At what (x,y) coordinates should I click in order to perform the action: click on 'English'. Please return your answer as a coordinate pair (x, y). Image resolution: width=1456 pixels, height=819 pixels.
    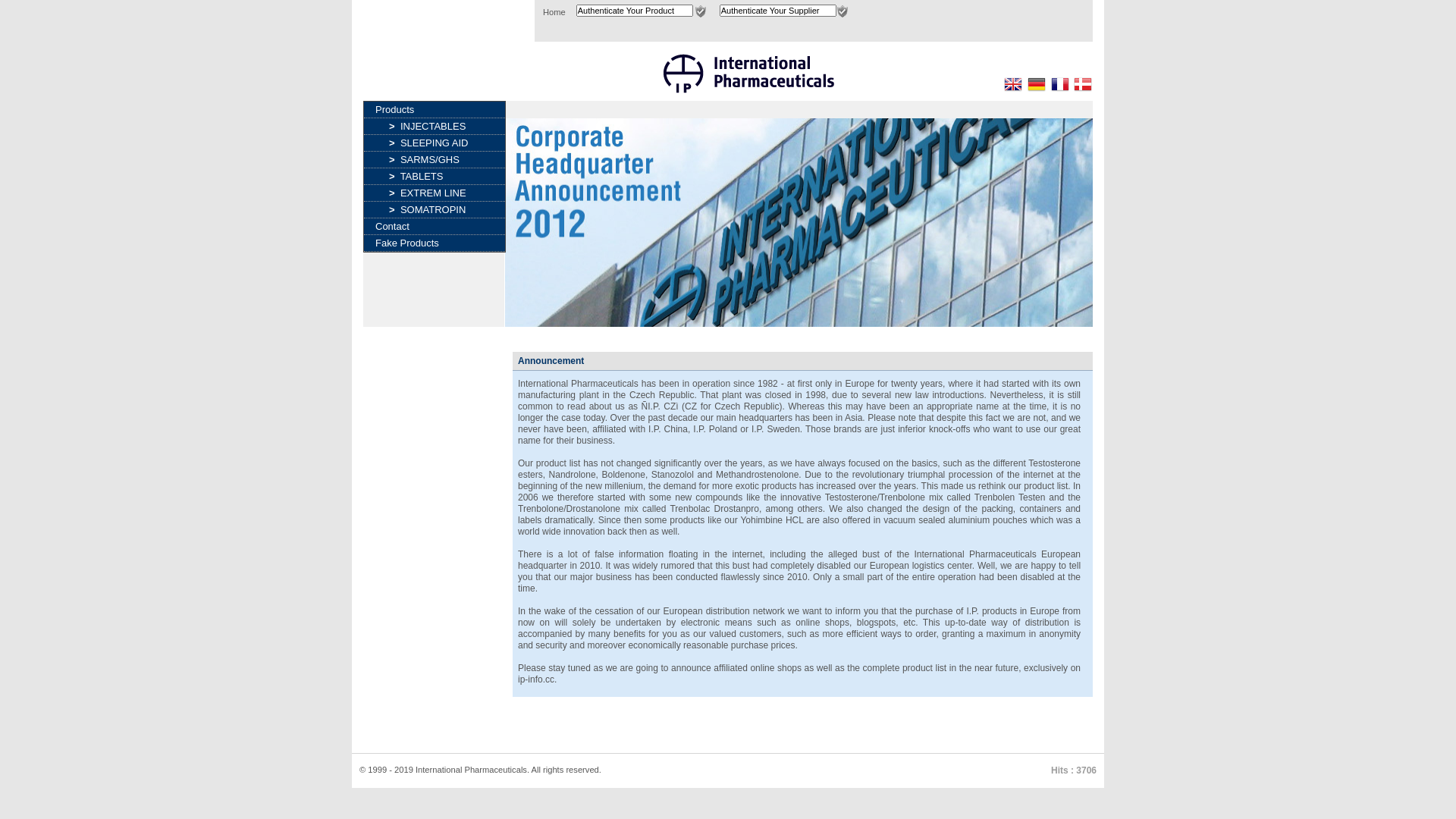
    Looking at the image, I should click on (1012, 84).